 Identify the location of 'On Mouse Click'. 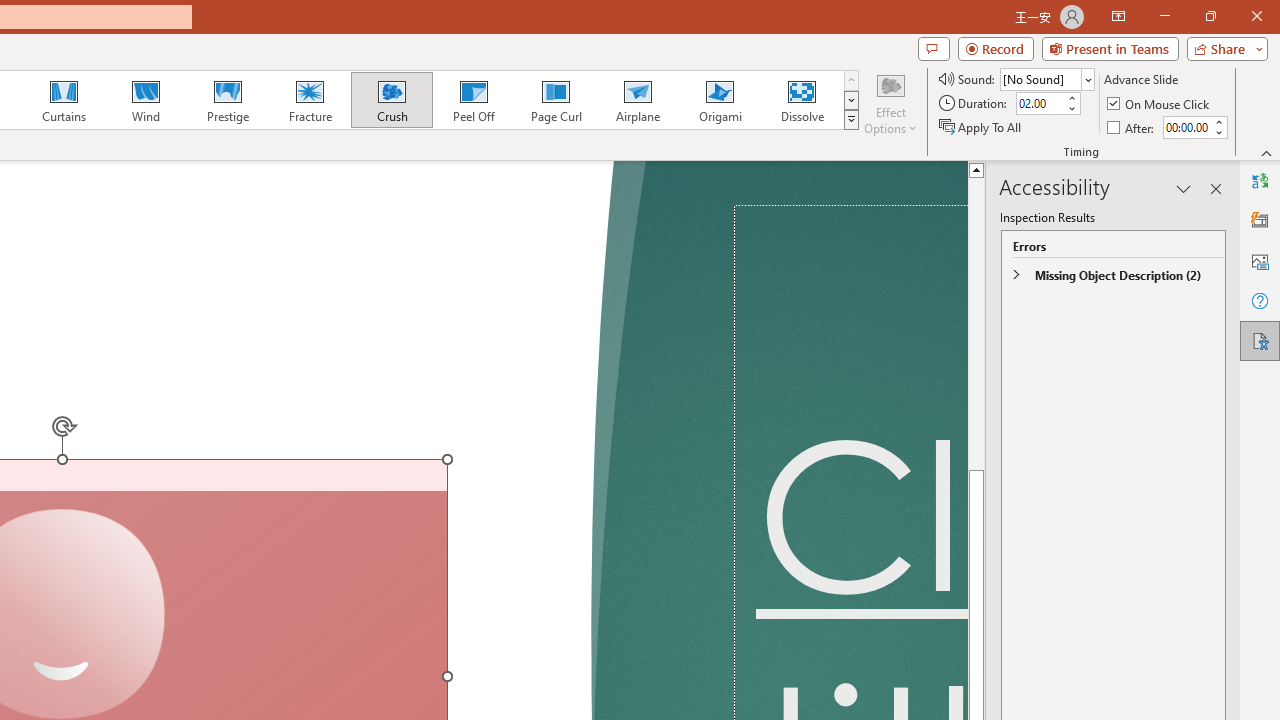
(1159, 103).